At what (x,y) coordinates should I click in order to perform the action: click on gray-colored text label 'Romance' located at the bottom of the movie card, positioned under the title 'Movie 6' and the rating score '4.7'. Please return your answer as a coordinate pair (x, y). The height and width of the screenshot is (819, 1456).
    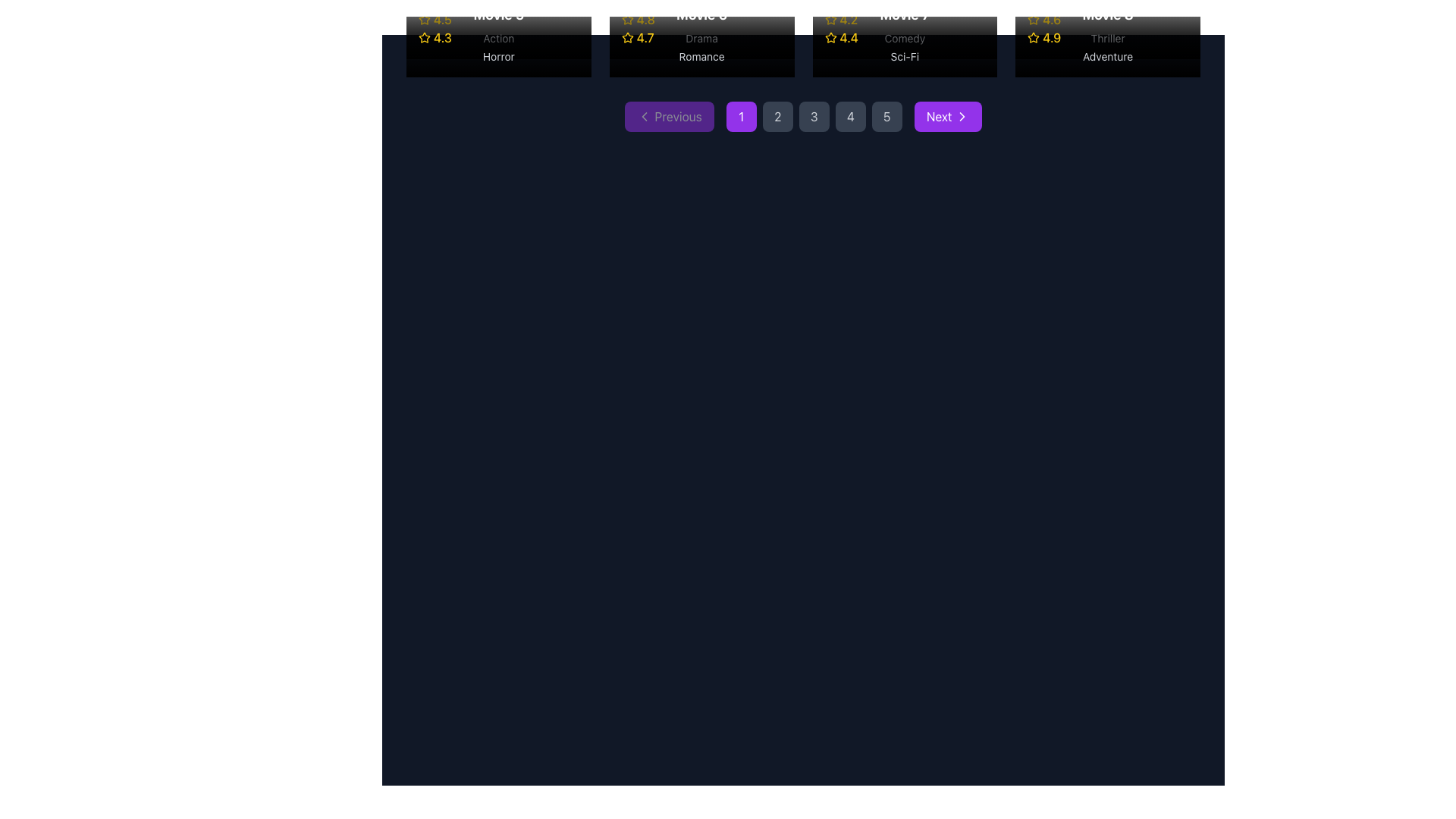
    Looking at the image, I should click on (701, 55).